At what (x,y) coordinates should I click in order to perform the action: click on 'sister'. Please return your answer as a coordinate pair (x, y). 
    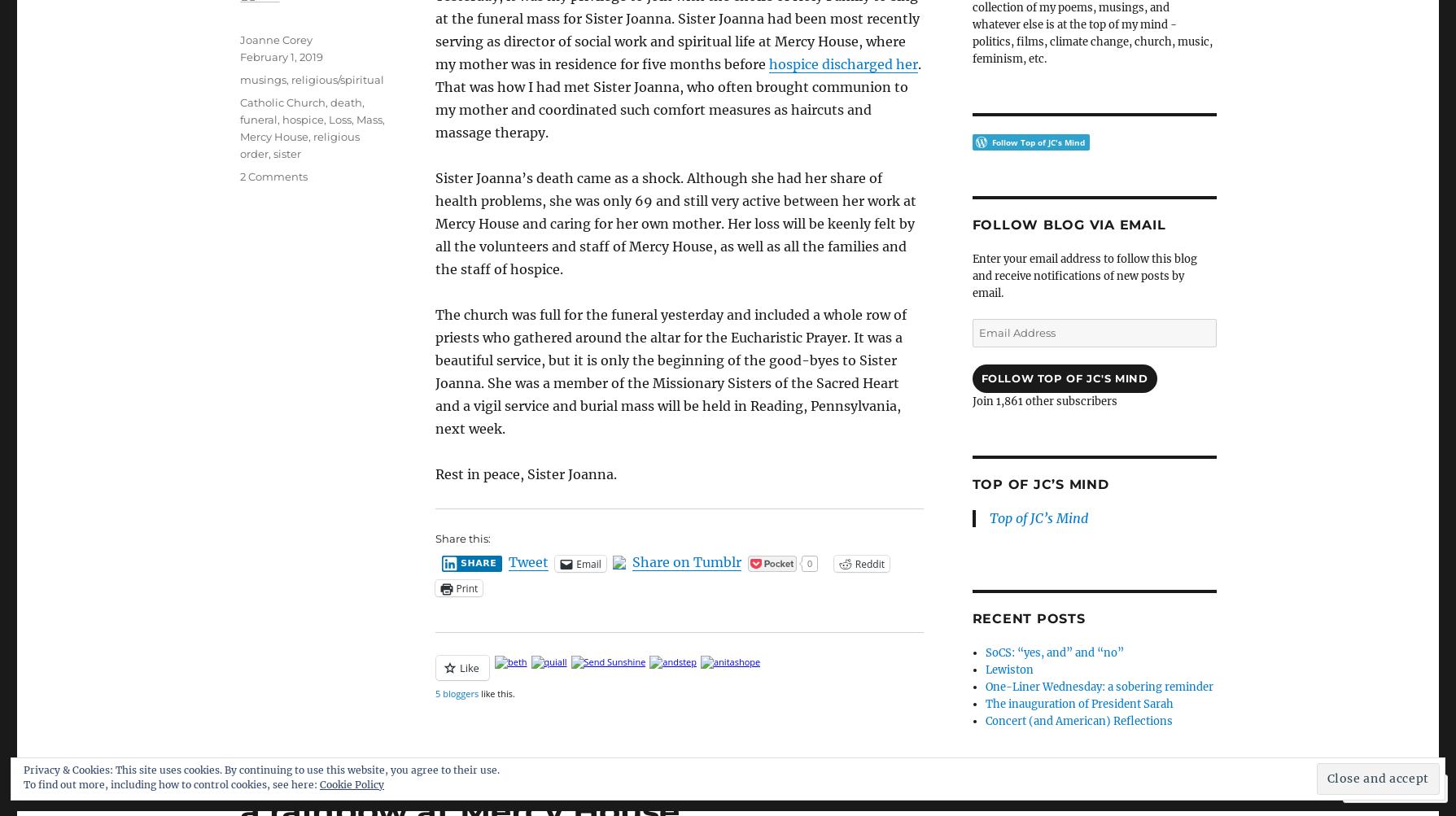
    Looking at the image, I should click on (272, 152).